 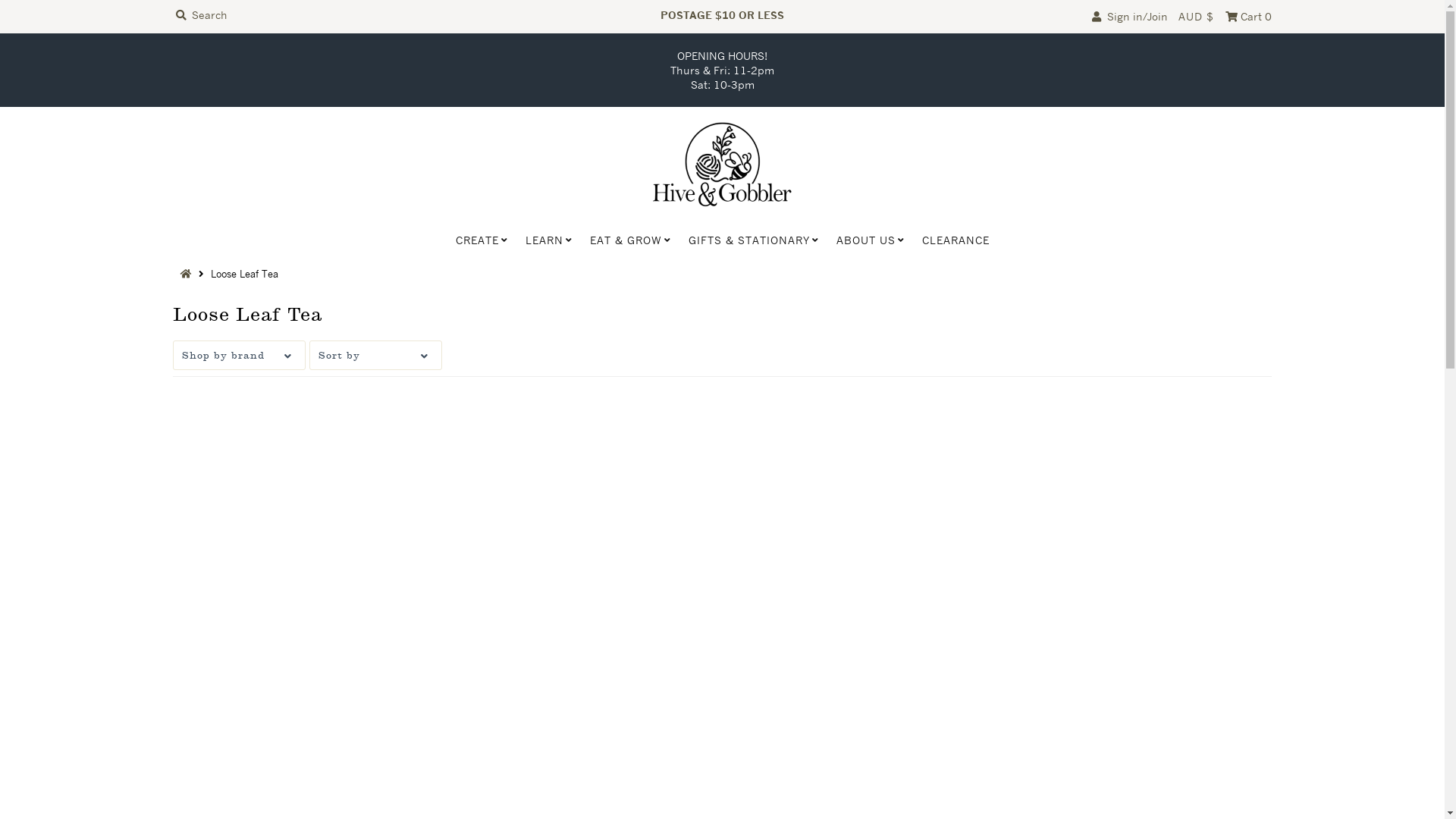 I want to click on 'Back to the frontpage', so click(x=187, y=274).